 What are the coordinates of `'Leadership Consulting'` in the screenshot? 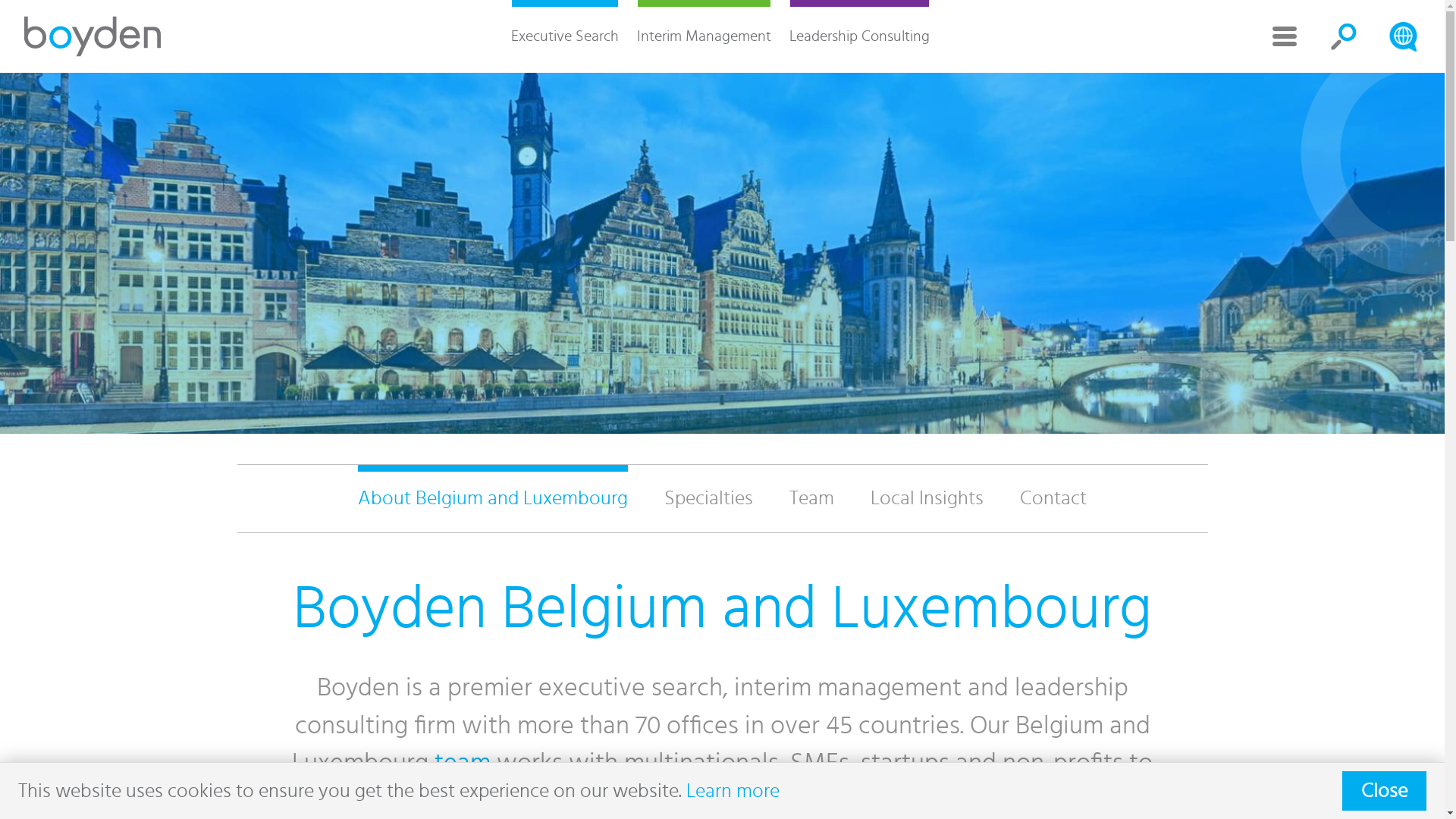 It's located at (779, 35).